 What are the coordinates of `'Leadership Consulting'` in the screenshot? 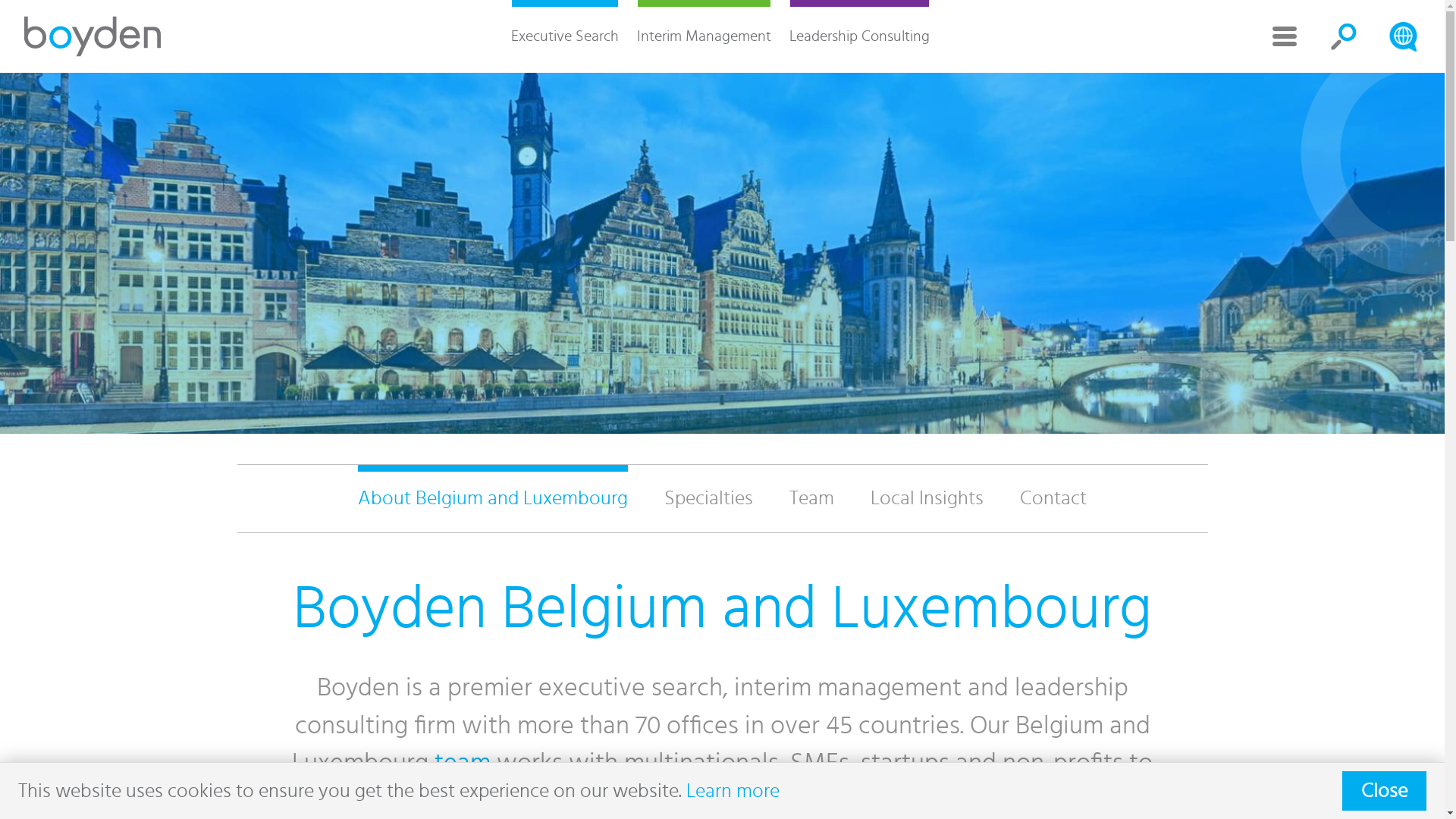 It's located at (779, 35).